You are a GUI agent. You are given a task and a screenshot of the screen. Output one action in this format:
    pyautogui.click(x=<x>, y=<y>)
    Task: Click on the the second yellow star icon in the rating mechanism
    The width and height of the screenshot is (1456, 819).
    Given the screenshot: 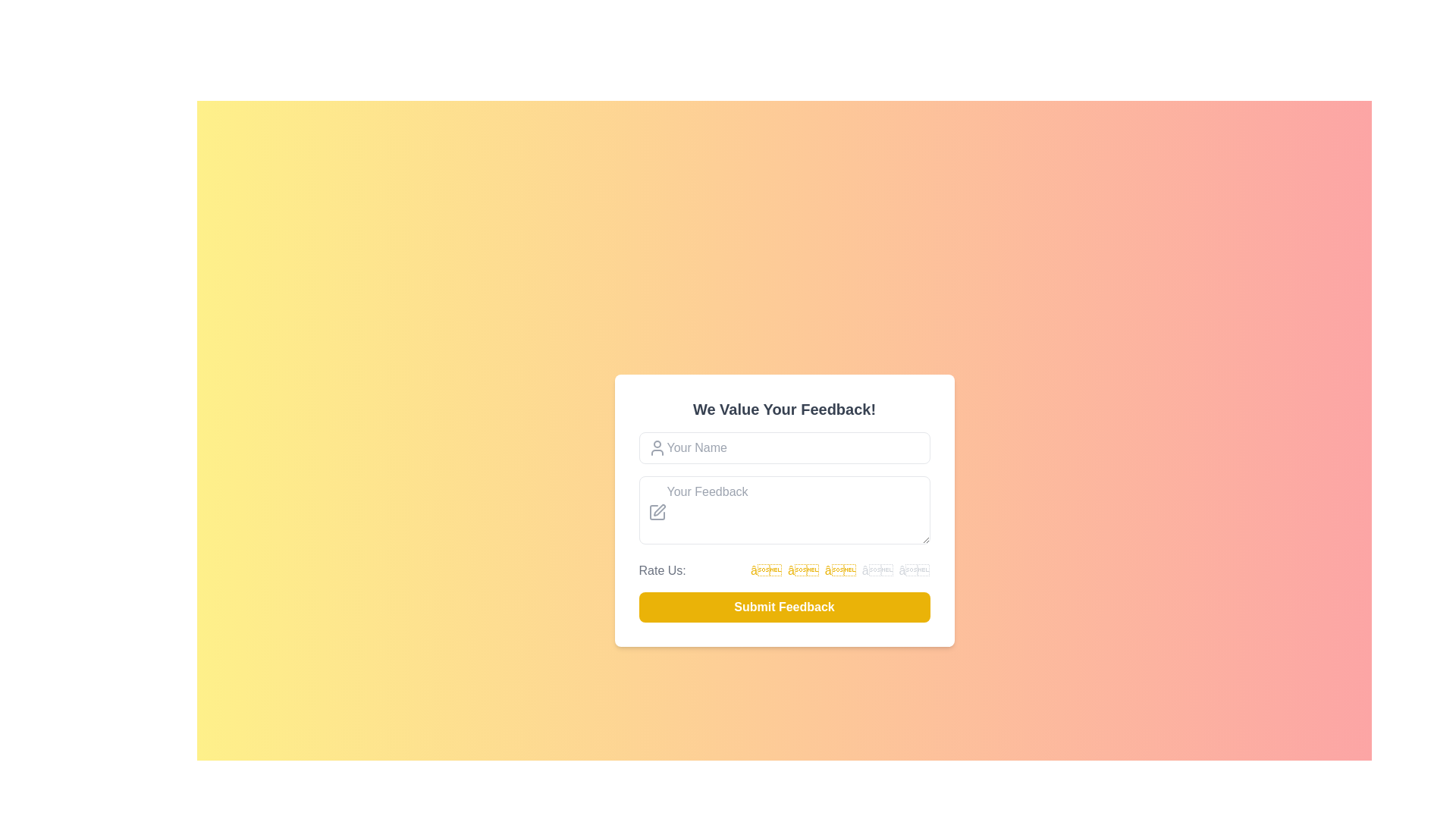 What is the action you would take?
    pyautogui.click(x=802, y=570)
    